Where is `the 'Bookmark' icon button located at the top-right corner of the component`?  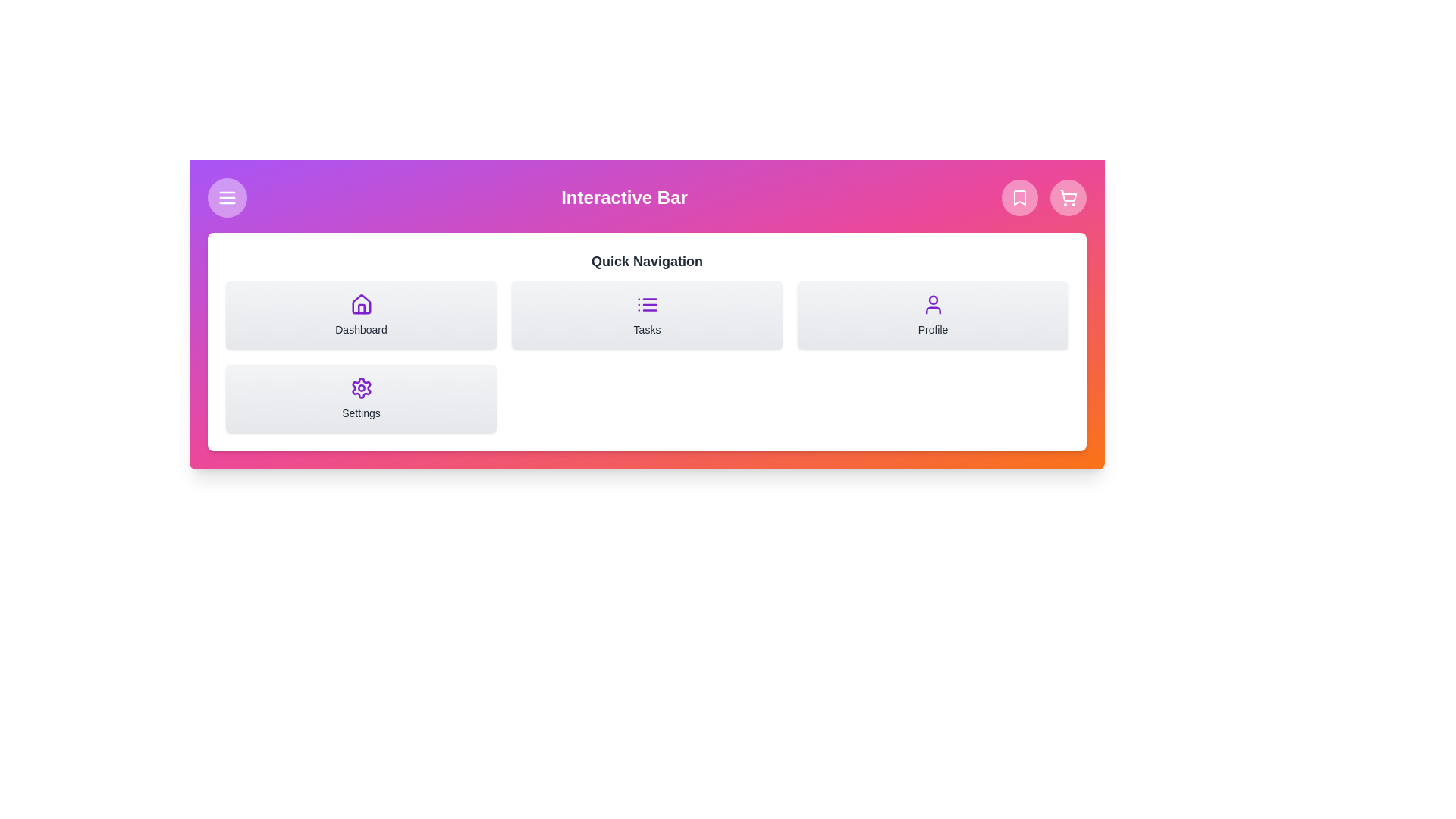 the 'Bookmark' icon button located at the top-right corner of the component is located at coordinates (1019, 197).